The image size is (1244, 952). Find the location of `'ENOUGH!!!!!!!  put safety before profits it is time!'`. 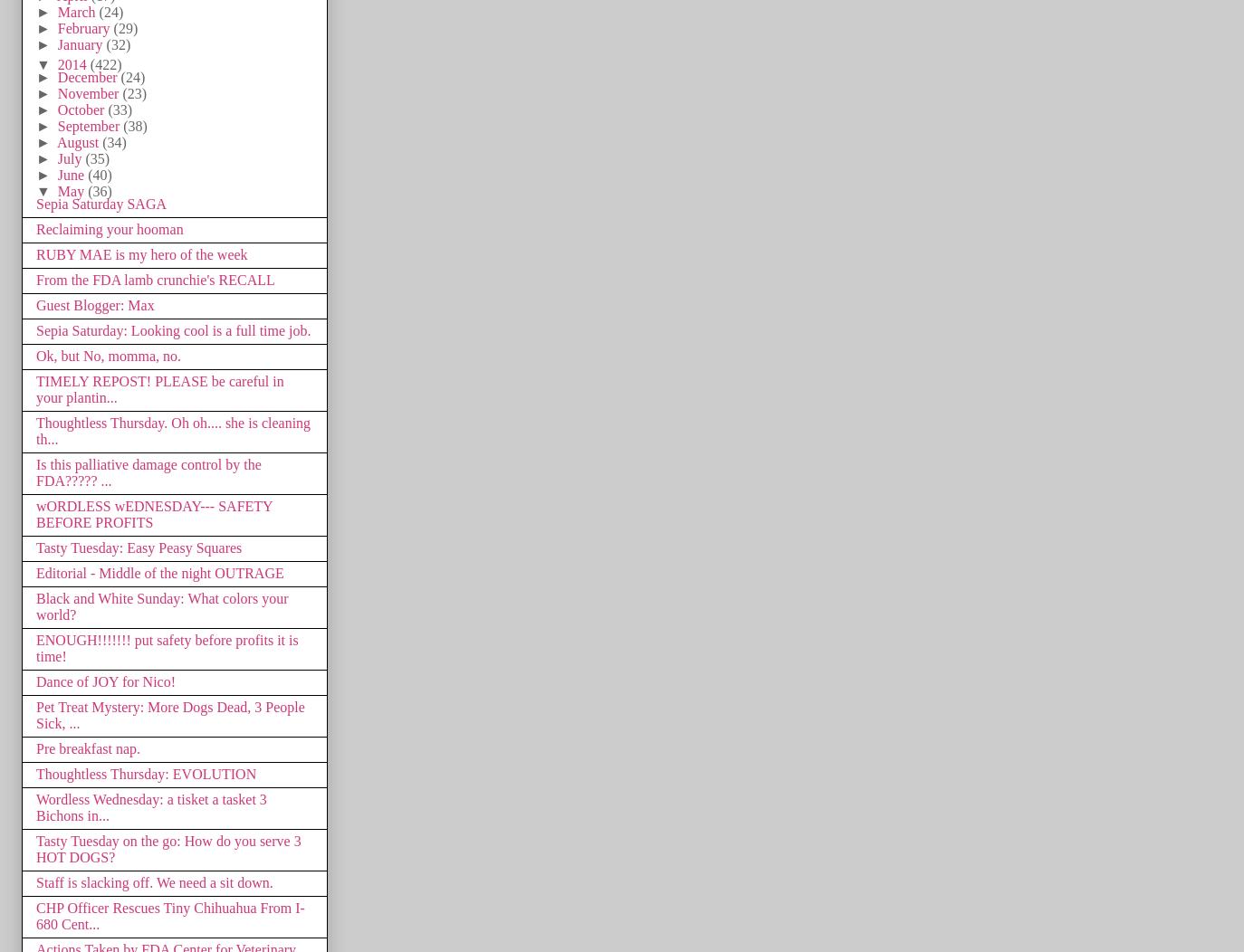

'ENOUGH!!!!!!!  put safety before profits it is time!' is located at coordinates (166, 647).